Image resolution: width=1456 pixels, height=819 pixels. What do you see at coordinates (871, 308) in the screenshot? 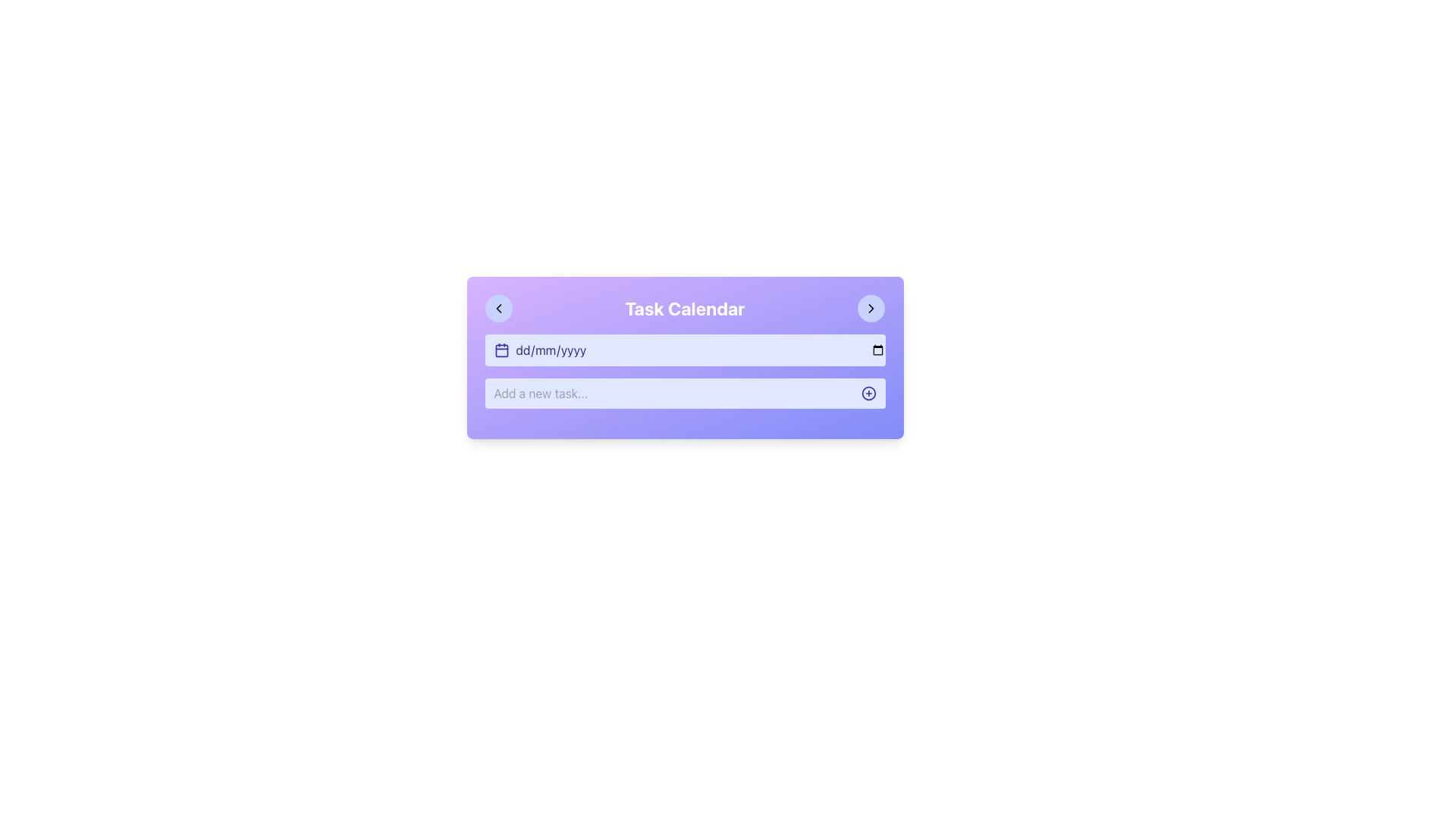
I see `the rightward single-chevron arrow icon, which is centered within a circular button with a soft indigo background, located at the top-right corner of the task calendar interface` at bounding box center [871, 308].